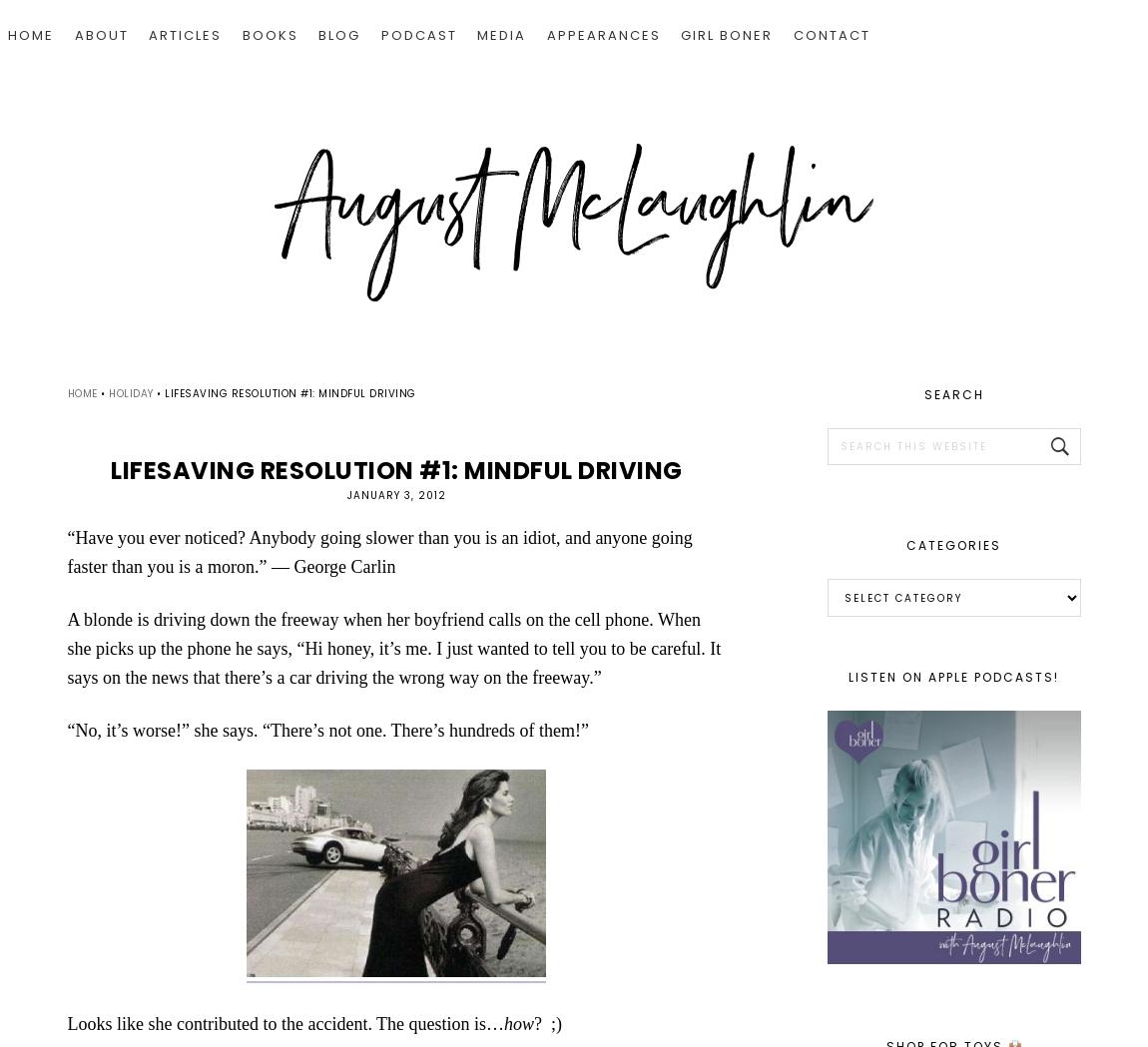 Image resolution: width=1148 pixels, height=1047 pixels. What do you see at coordinates (269, 34) in the screenshot?
I see `'BOOKS'` at bounding box center [269, 34].